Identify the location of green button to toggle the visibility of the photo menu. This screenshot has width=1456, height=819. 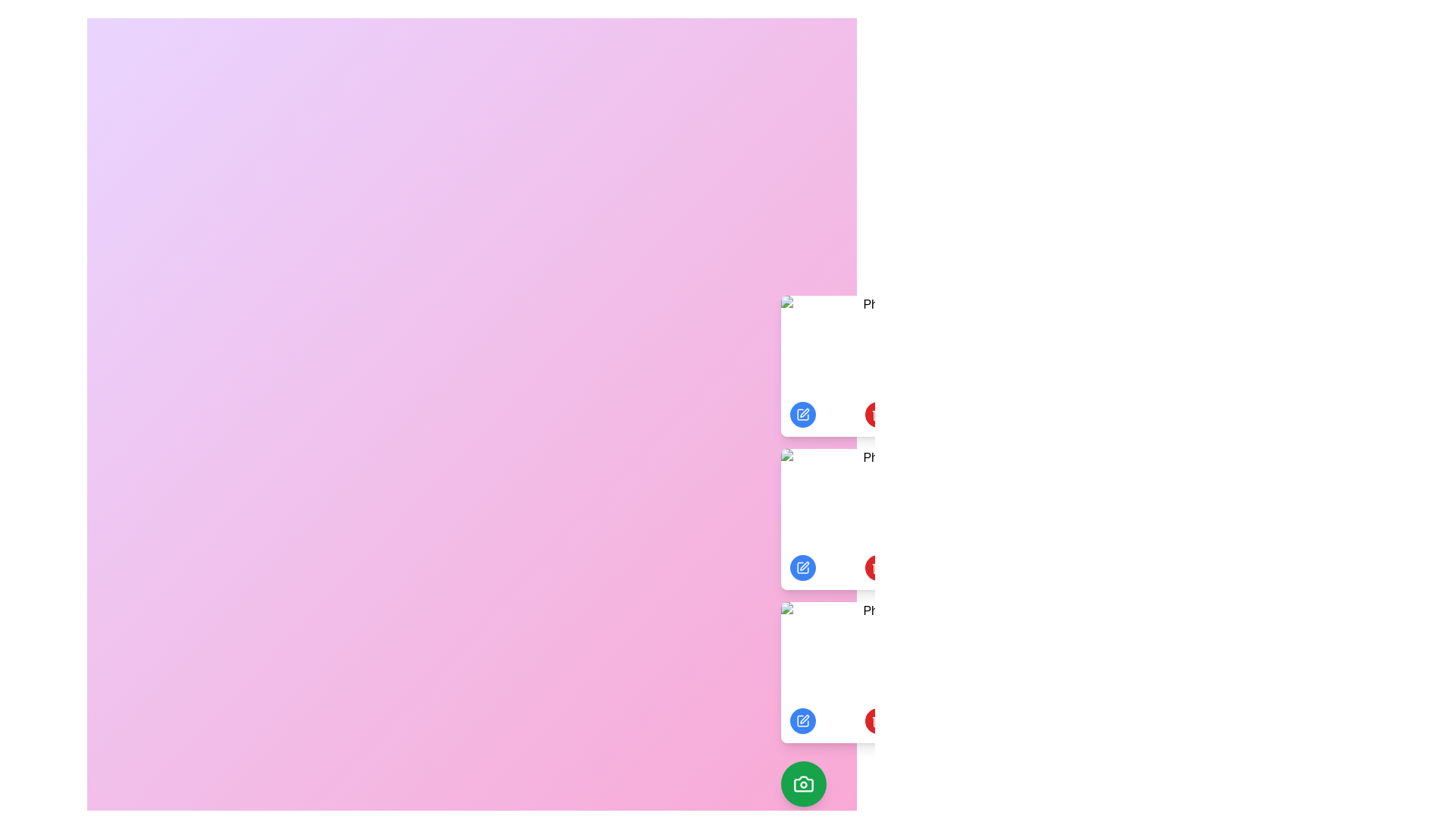
(803, 783).